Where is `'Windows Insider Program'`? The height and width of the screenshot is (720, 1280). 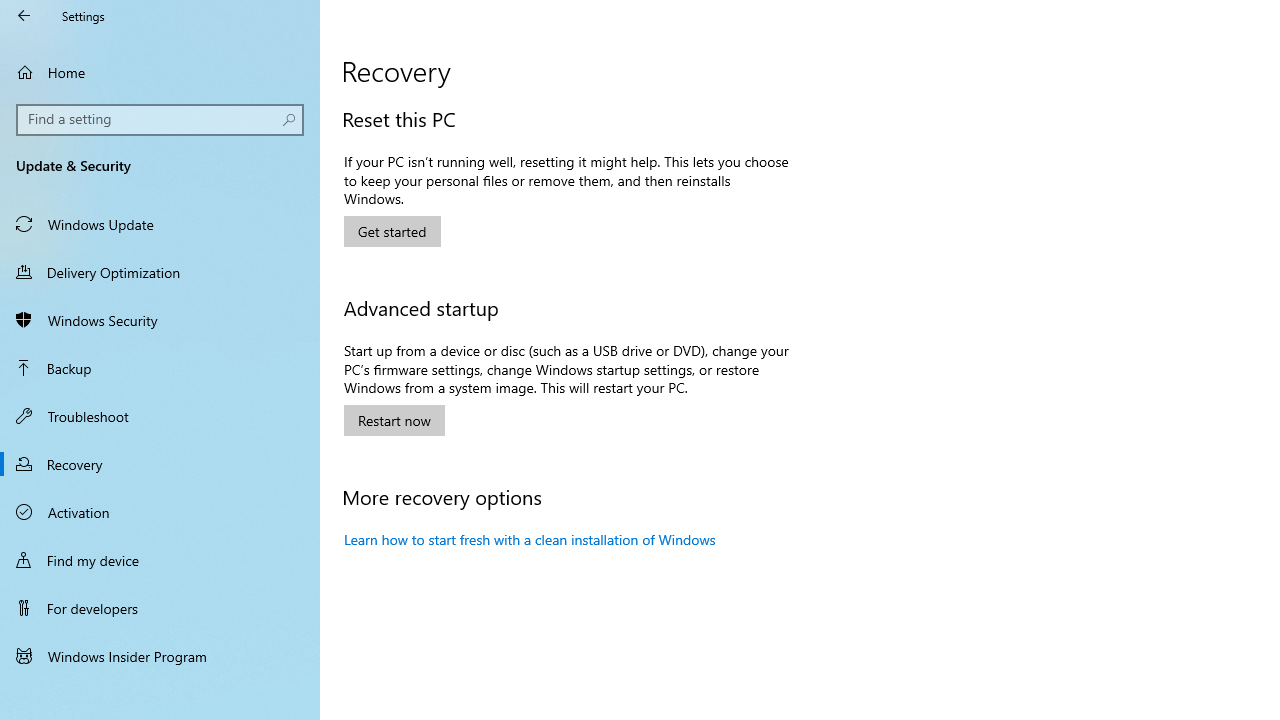 'Windows Insider Program' is located at coordinates (160, 655).